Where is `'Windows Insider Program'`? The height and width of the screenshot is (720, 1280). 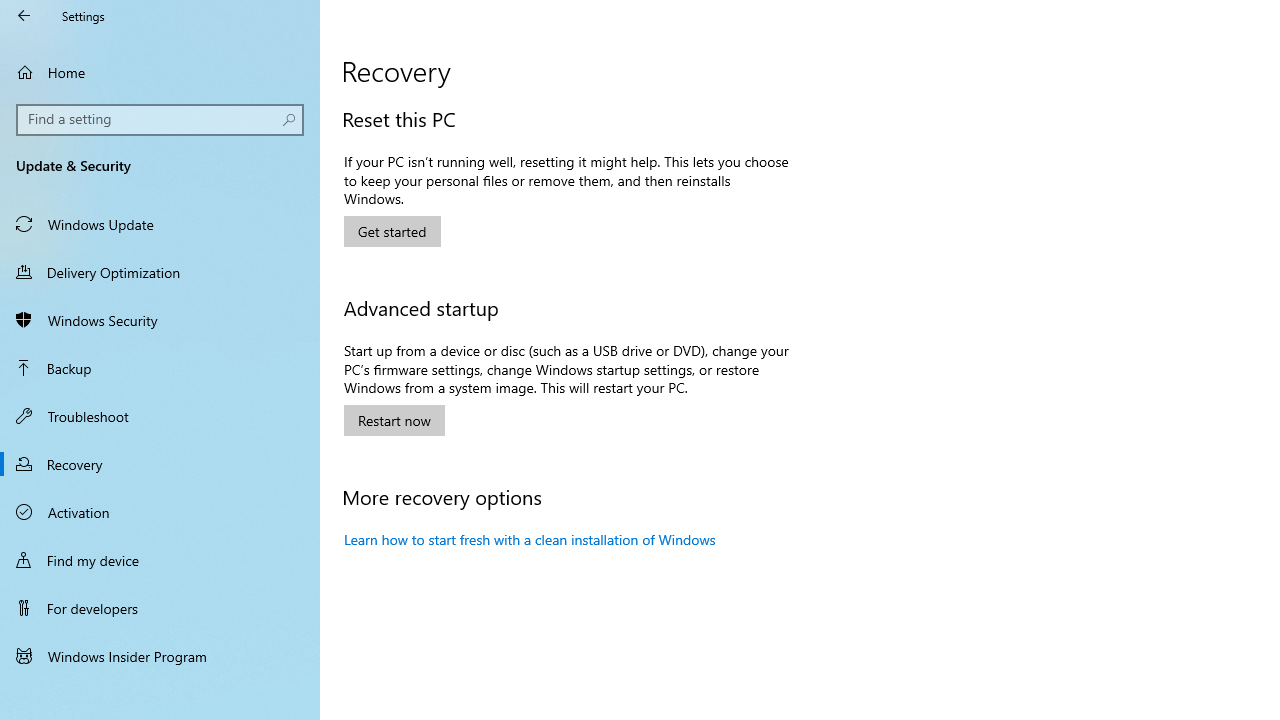 'Windows Insider Program' is located at coordinates (160, 655).